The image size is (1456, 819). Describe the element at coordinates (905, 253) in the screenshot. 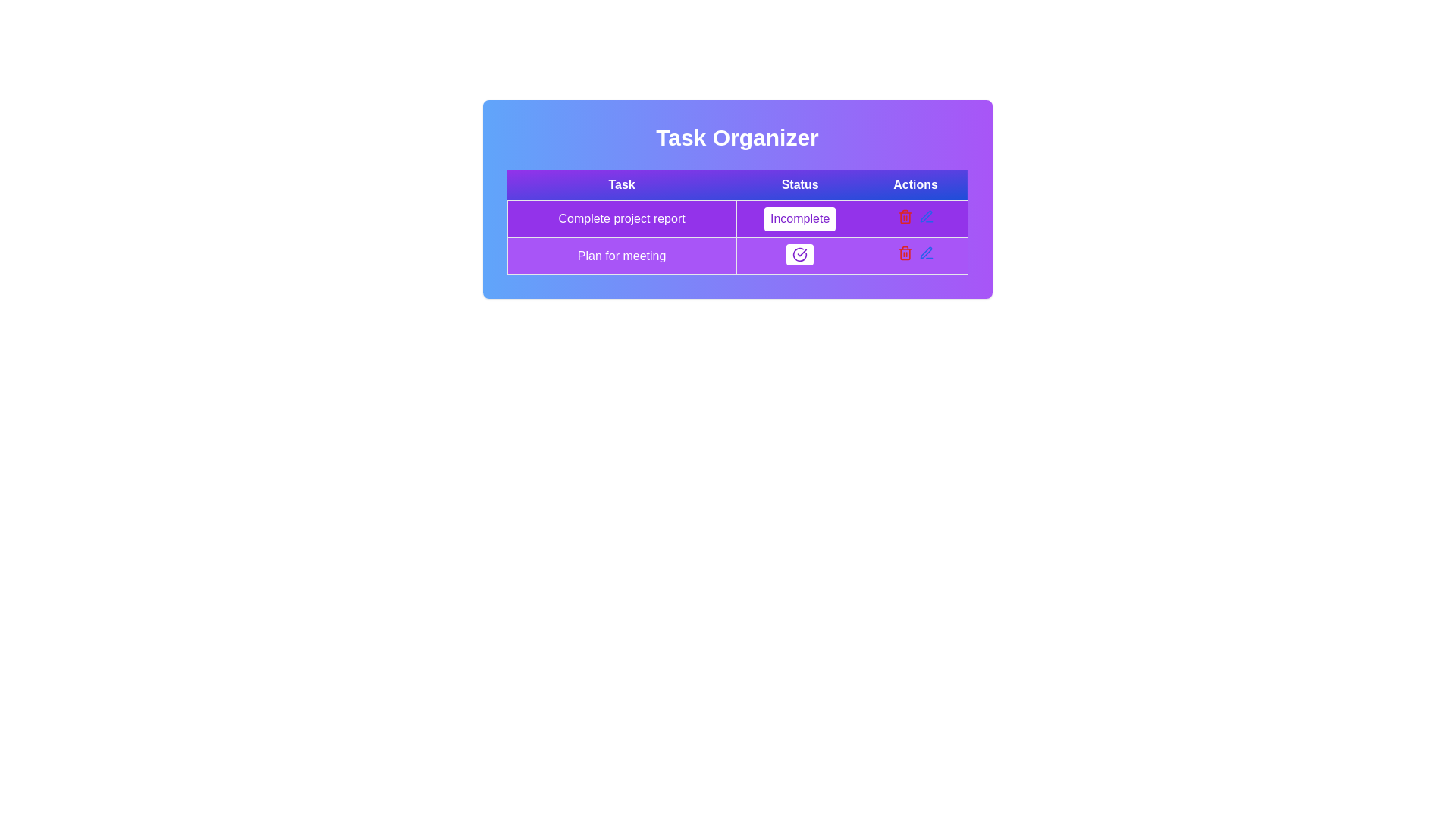

I see `the delete button in the Actions column of the second row for the task 'Plan for meeting'` at that location.